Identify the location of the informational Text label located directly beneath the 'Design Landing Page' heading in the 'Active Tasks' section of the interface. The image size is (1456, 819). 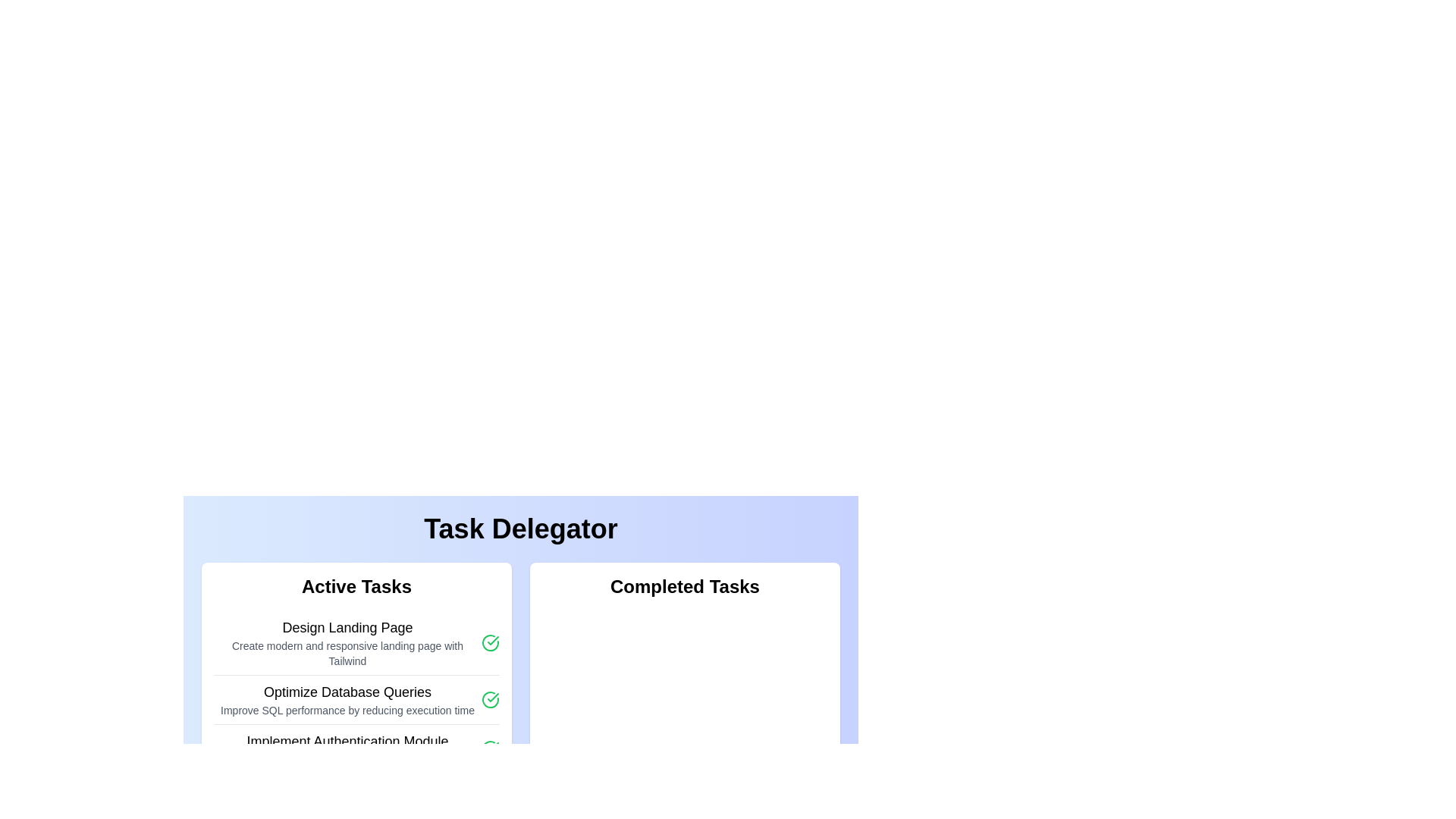
(347, 652).